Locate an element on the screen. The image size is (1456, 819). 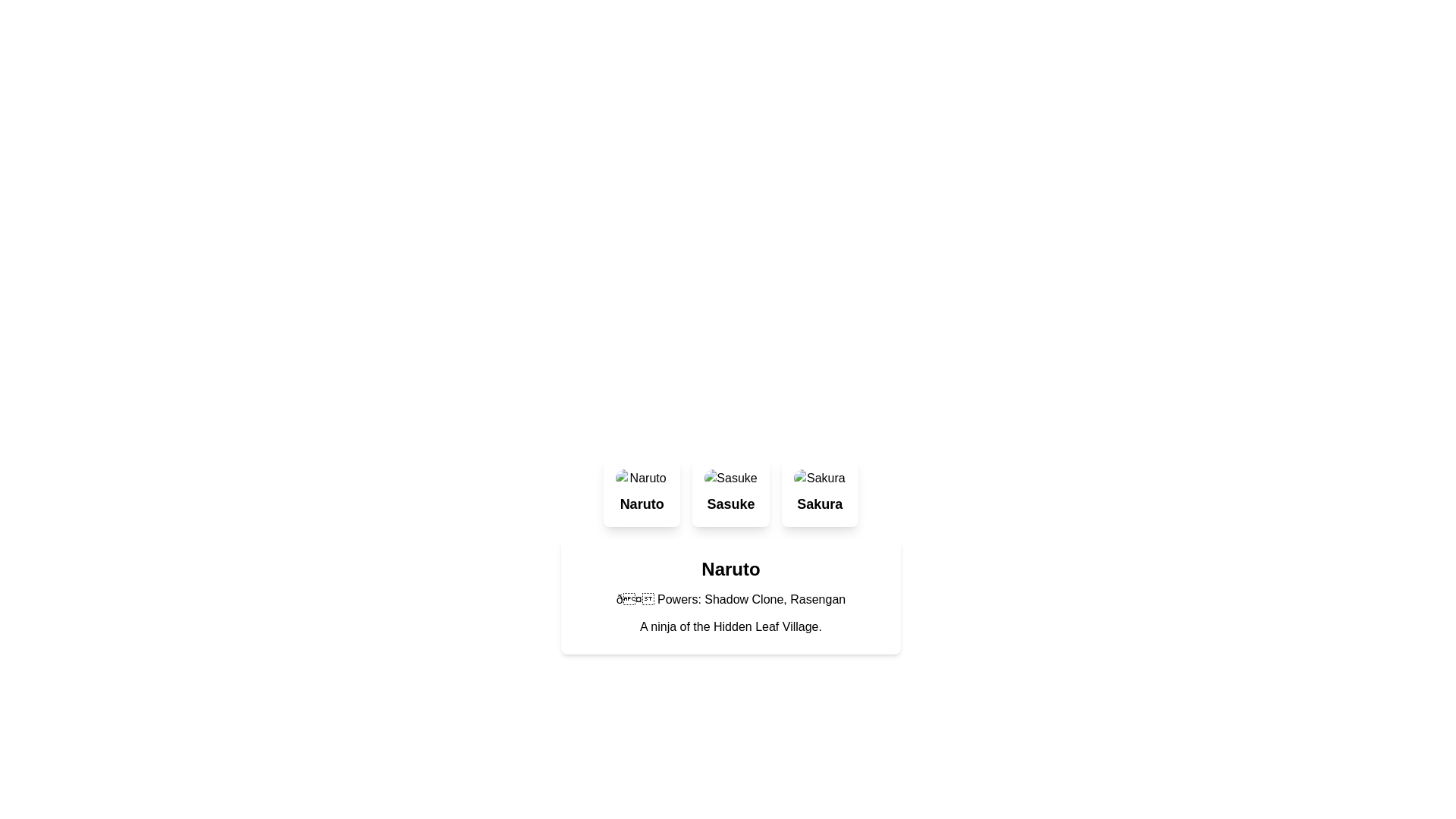
the small circular image element with a border-radius located at the top of the second card, above the 'Sasuke' text is located at coordinates (731, 479).